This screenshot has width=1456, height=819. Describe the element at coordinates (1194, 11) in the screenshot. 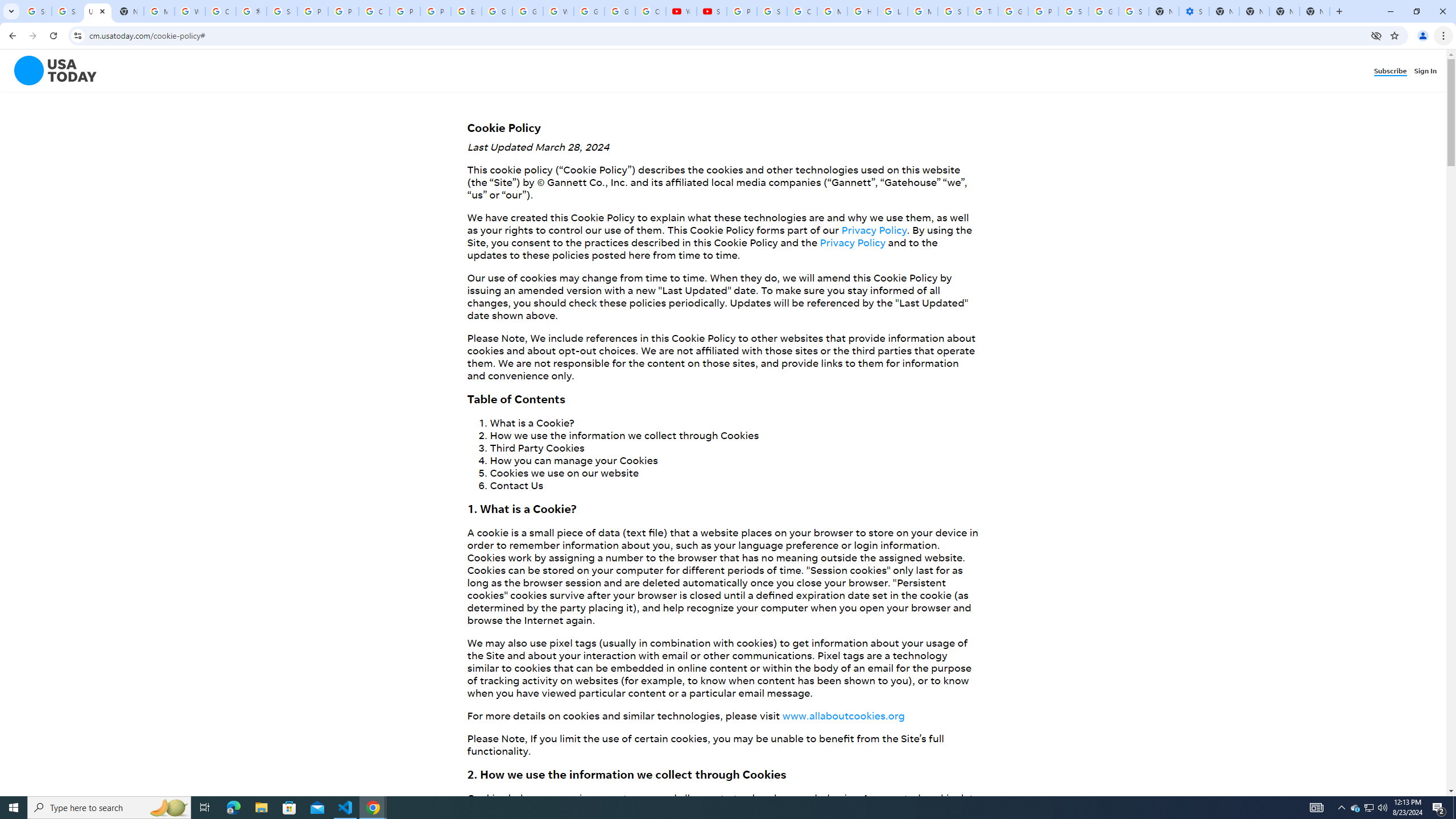

I see `'Settings - Performance'` at that location.